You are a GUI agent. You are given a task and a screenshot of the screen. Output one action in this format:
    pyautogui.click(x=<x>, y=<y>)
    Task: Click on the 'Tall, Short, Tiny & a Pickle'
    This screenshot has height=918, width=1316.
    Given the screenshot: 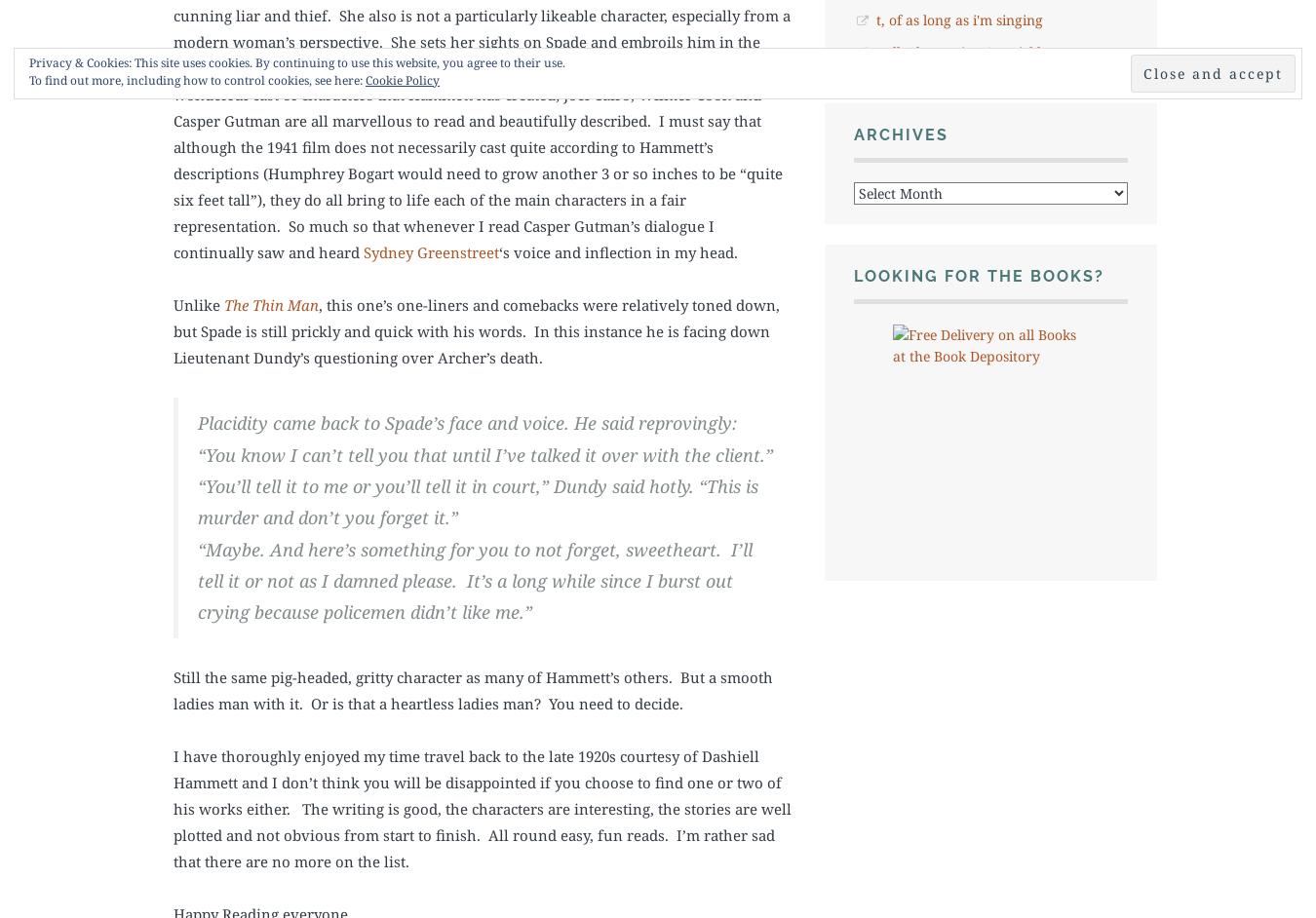 What is the action you would take?
    pyautogui.click(x=875, y=50)
    